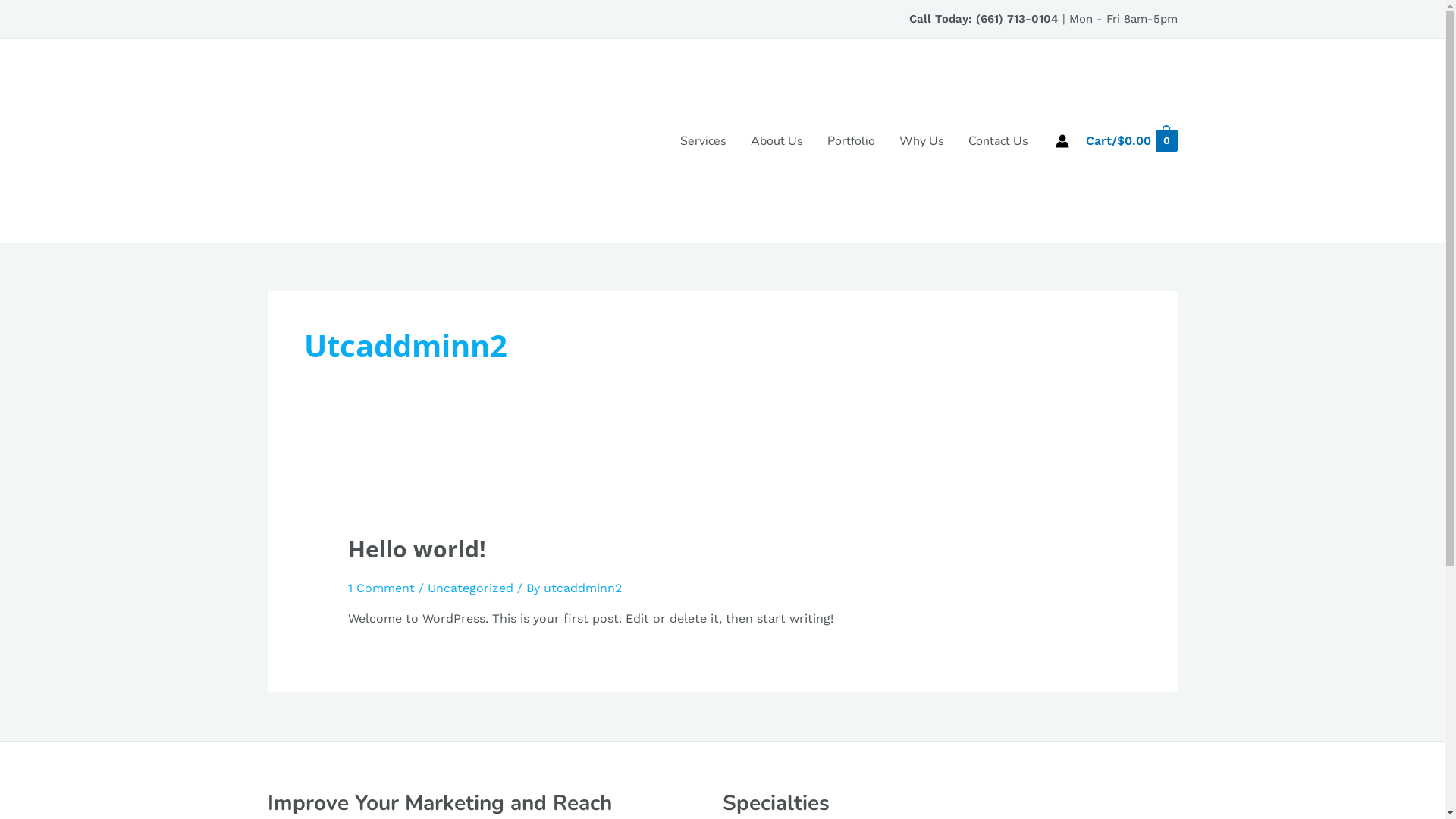  I want to click on 'Cart/$0.00, so click(1131, 140).